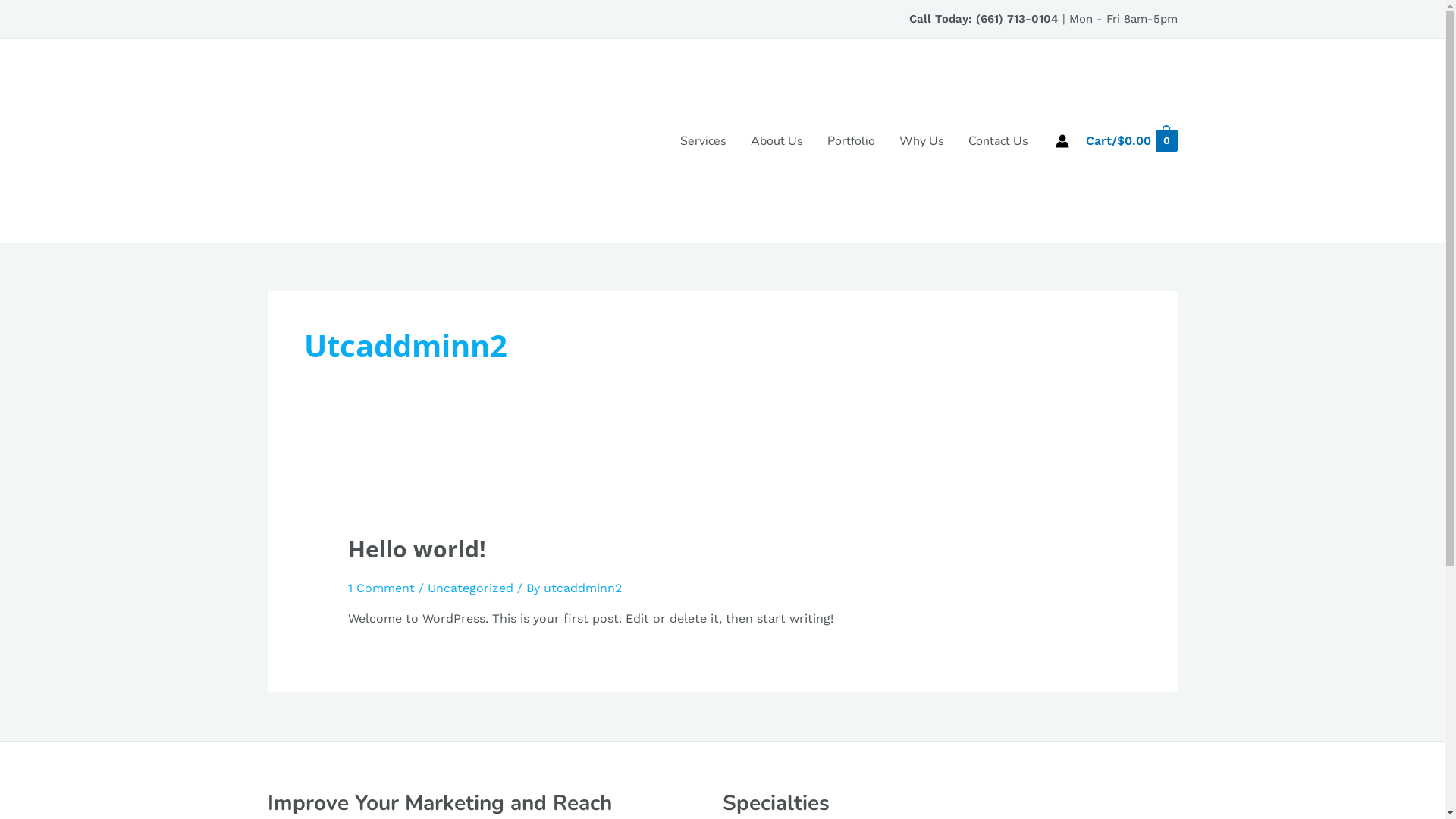  I want to click on 'Cart/$0.00, so click(1131, 140).